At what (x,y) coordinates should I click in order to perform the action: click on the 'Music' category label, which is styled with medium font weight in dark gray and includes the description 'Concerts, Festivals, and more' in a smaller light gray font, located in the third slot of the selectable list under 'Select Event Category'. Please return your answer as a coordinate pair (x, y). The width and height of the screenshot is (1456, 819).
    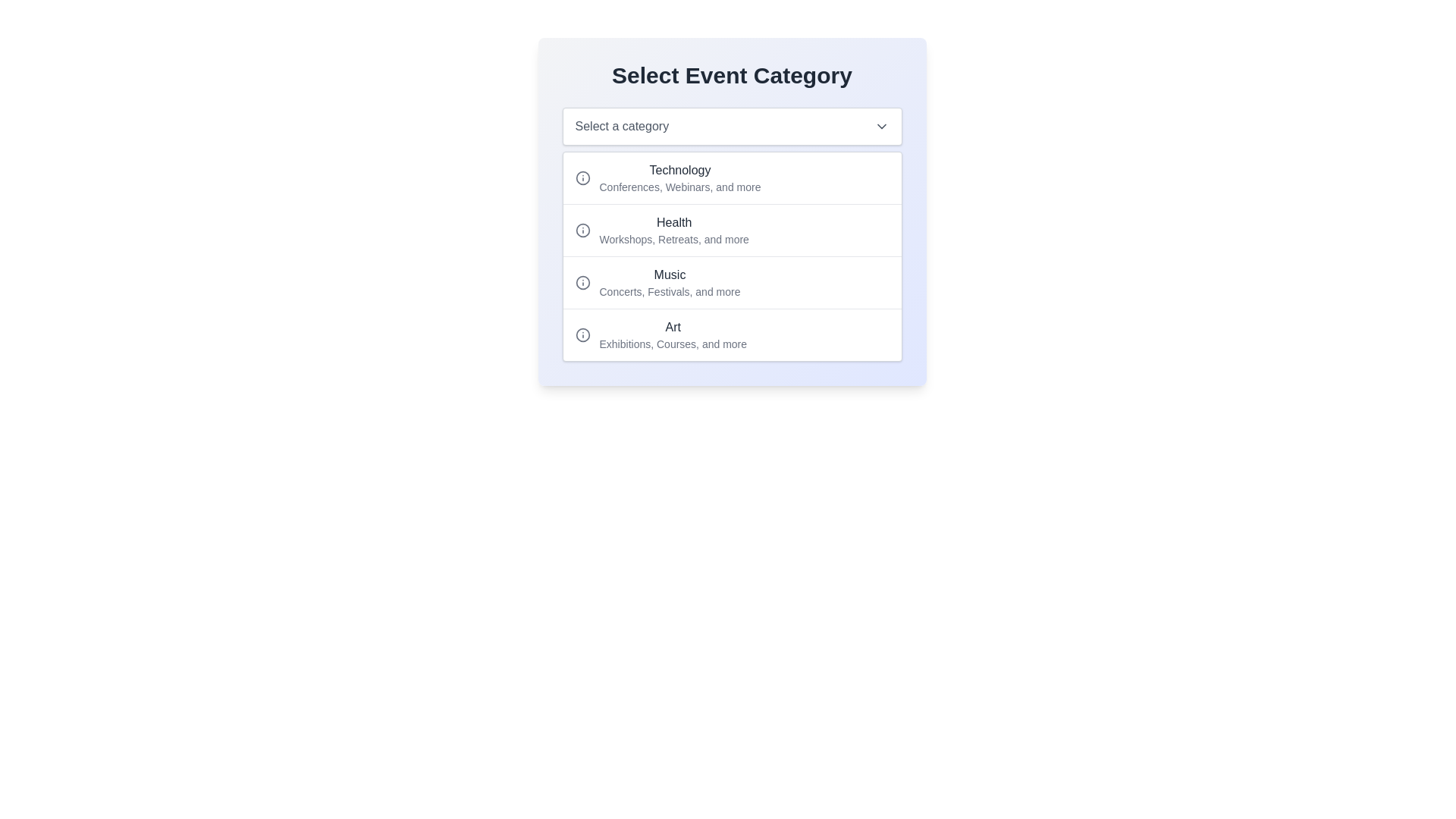
    Looking at the image, I should click on (669, 283).